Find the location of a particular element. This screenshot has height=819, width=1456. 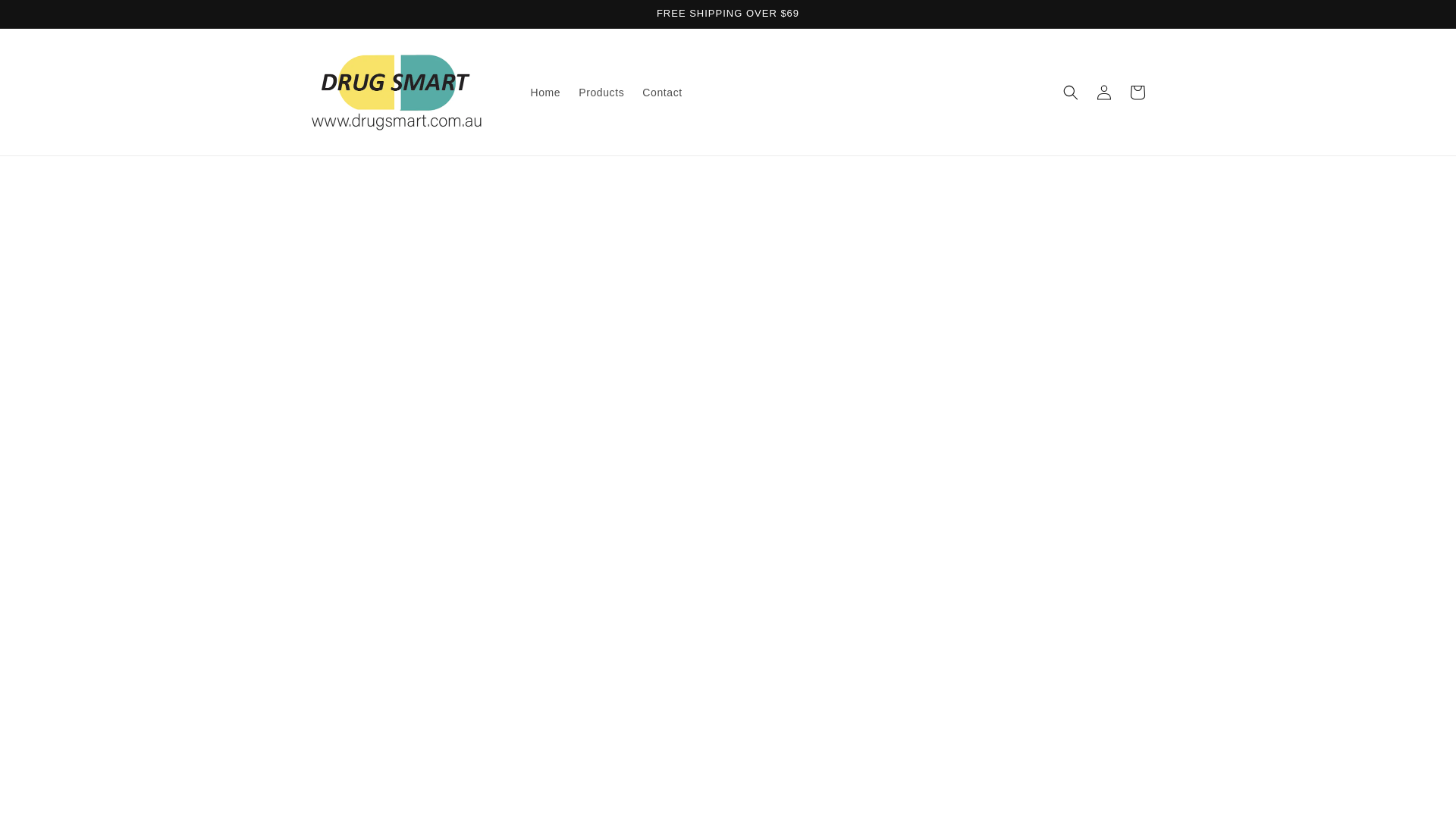

'Log in' is located at coordinates (1103, 93).